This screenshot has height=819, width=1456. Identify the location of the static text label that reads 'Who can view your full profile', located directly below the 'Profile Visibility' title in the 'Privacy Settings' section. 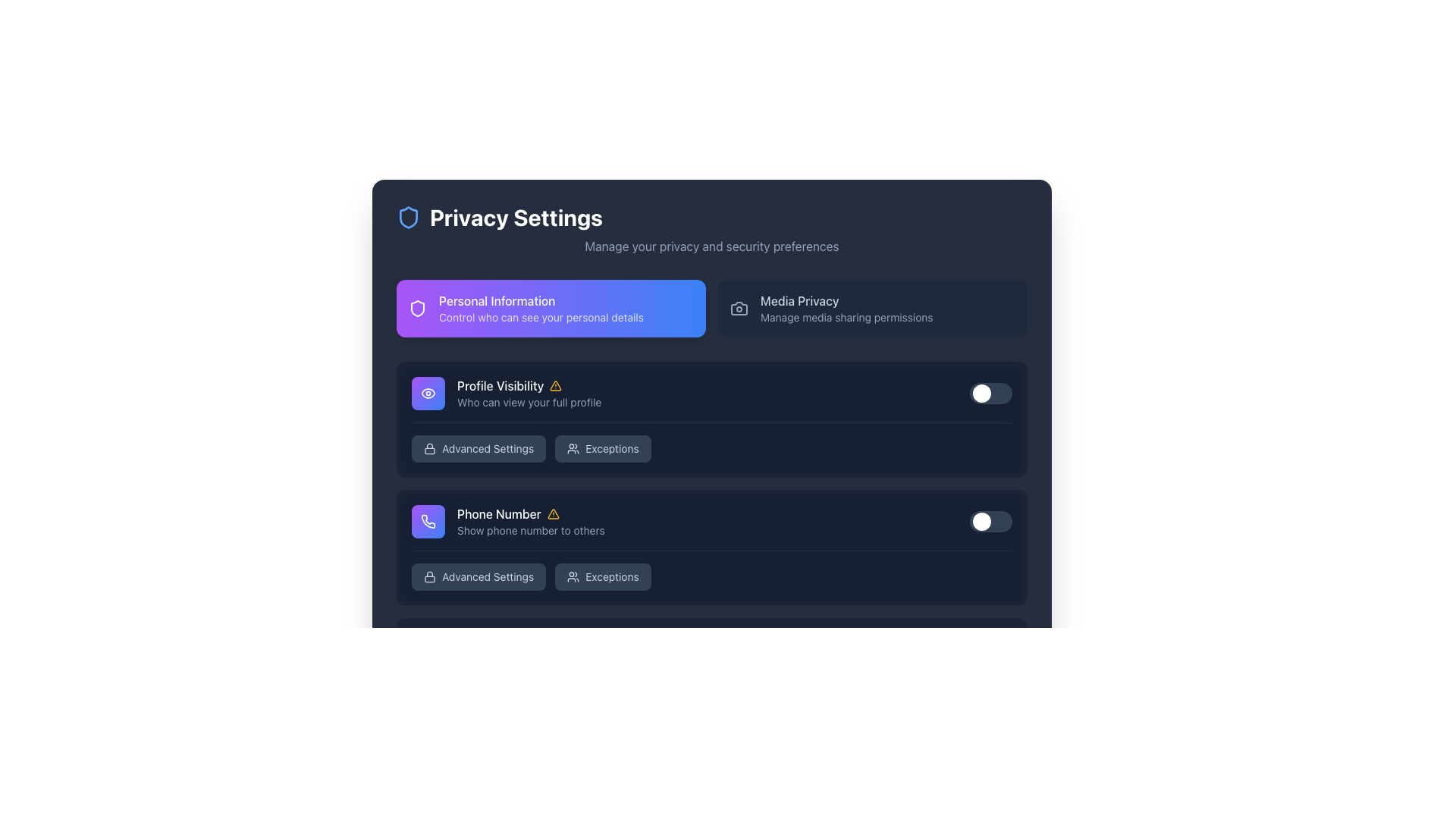
(529, 402).